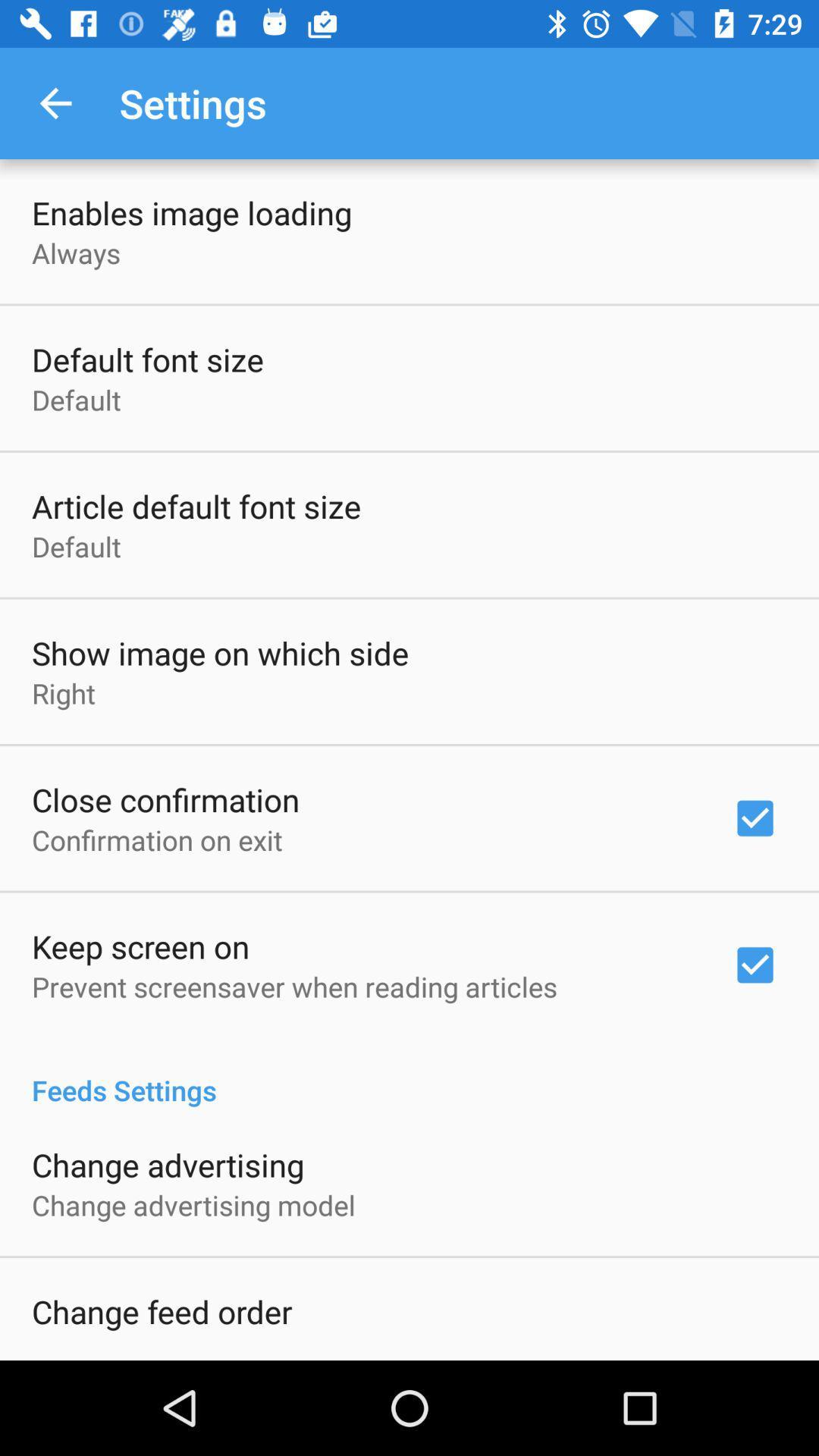 Image resolution: width=819 pixels, height=1456 pixels. I want to click on icon below show image on item, so click(63, 692).